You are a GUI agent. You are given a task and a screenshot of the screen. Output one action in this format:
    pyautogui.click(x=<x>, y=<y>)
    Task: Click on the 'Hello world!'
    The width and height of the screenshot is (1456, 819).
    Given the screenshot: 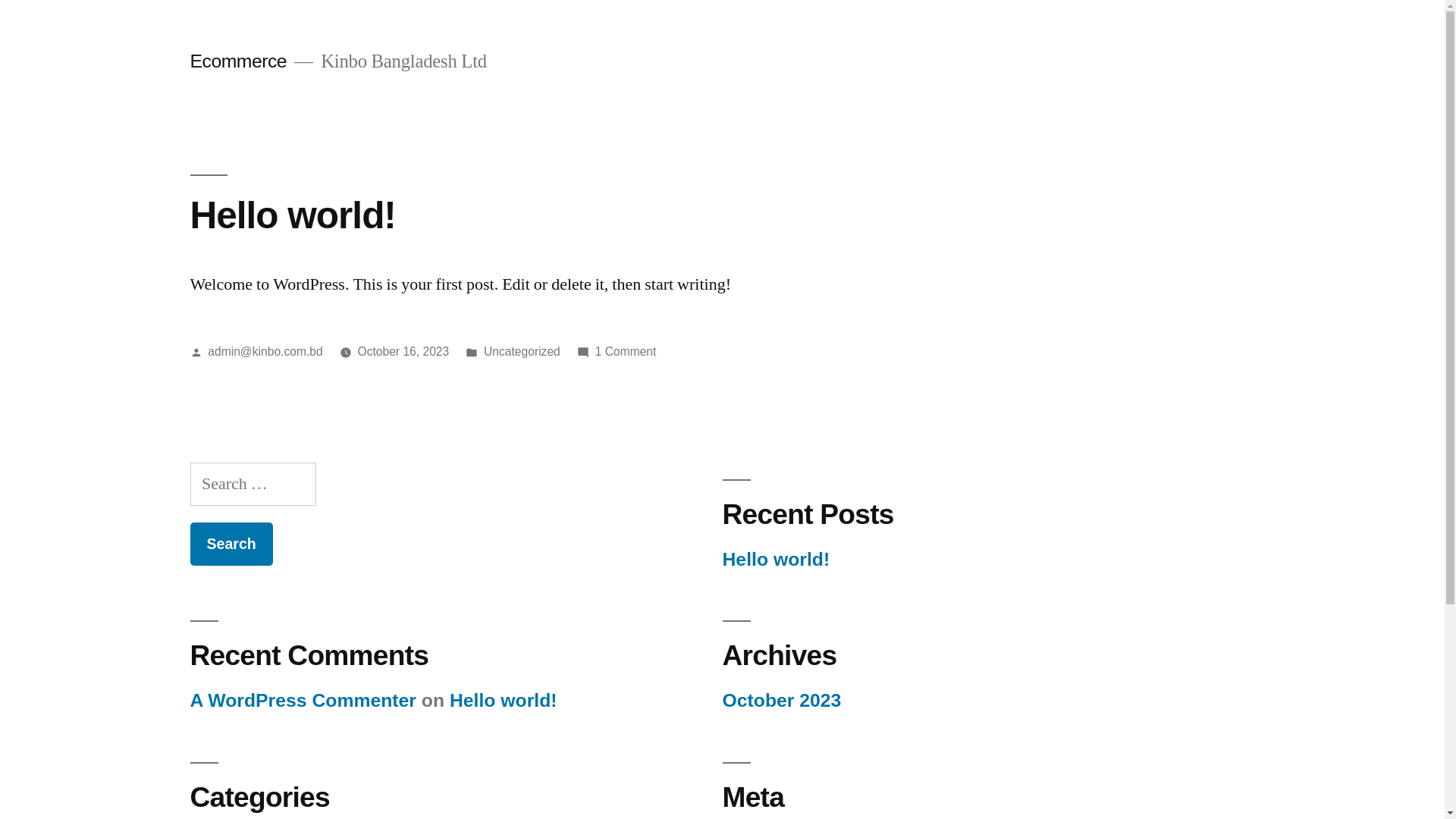 What is the action you would take?
    pyautogui.click(x=292, y=215)
    